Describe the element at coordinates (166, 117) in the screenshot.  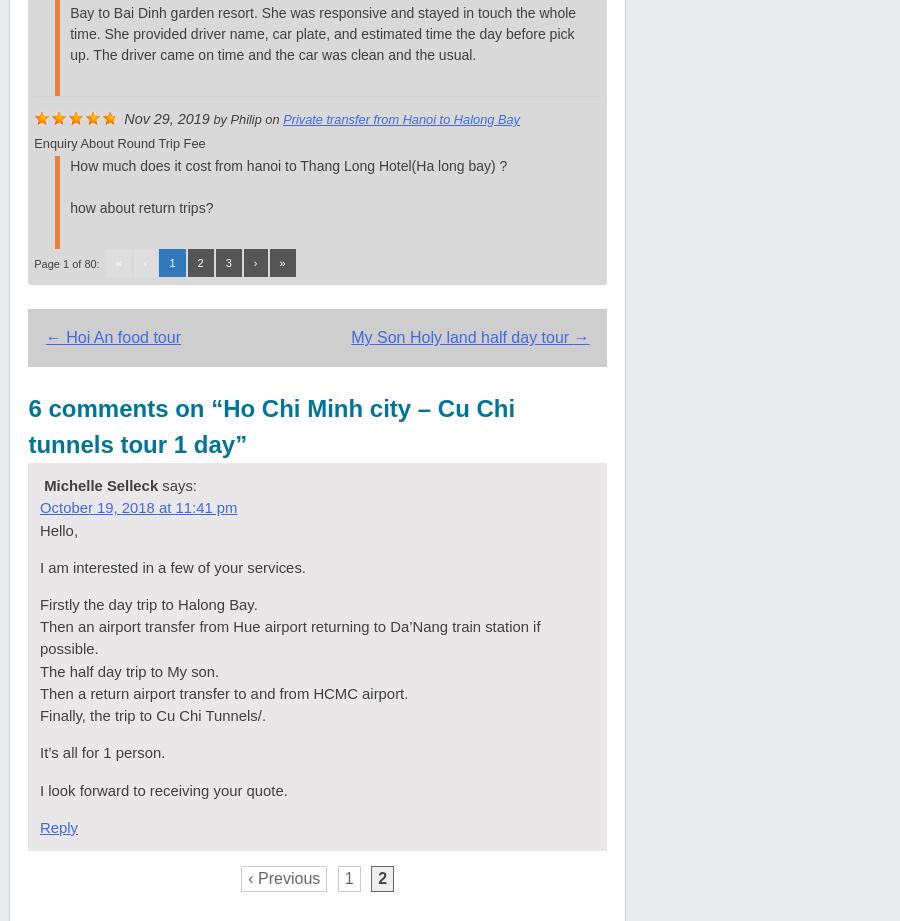
I see `'Nov 29, 2019'` at that location.